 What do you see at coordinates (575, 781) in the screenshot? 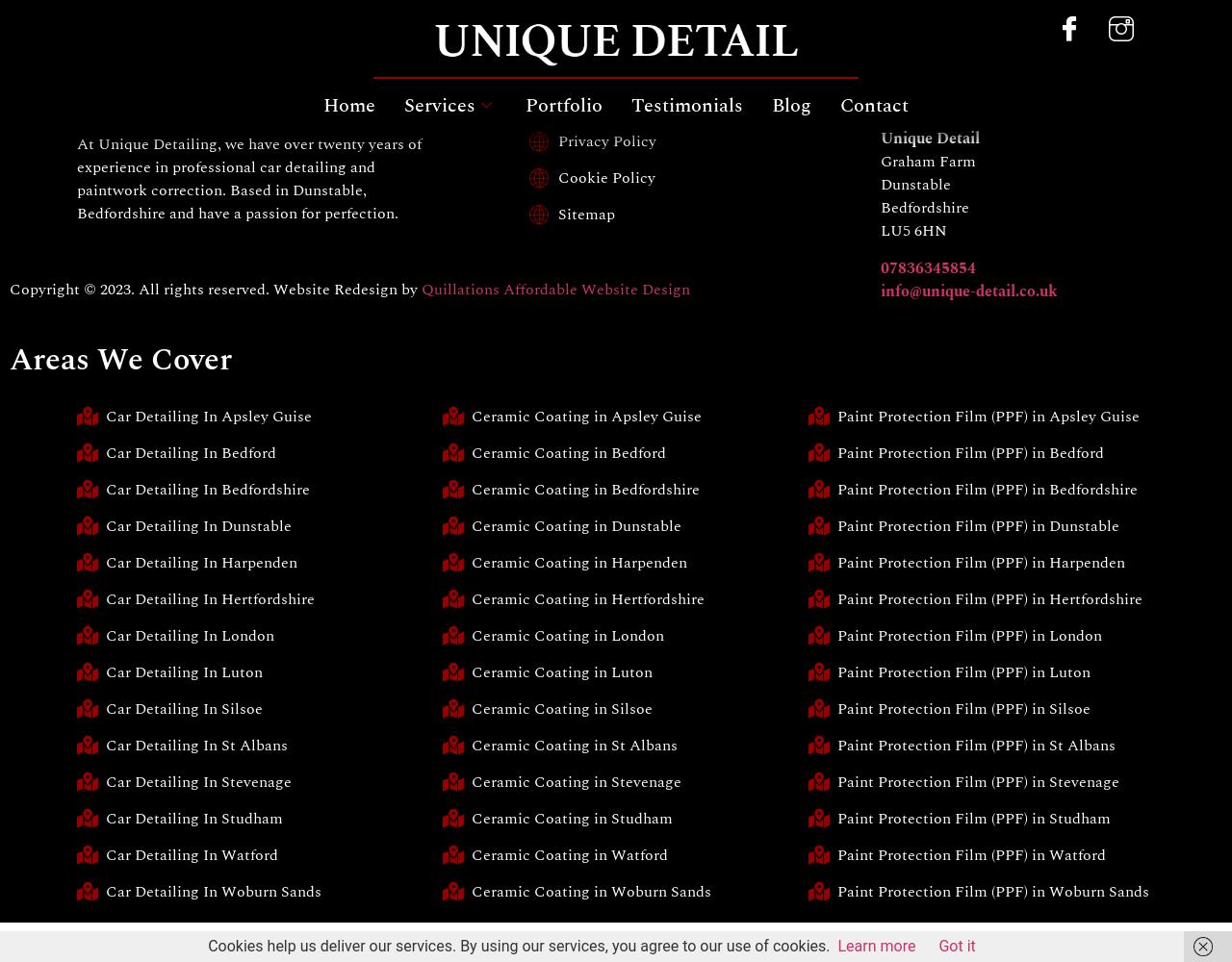
I see `'Ceramic Coating in Stevenage'` at bounding box center [575, 781].